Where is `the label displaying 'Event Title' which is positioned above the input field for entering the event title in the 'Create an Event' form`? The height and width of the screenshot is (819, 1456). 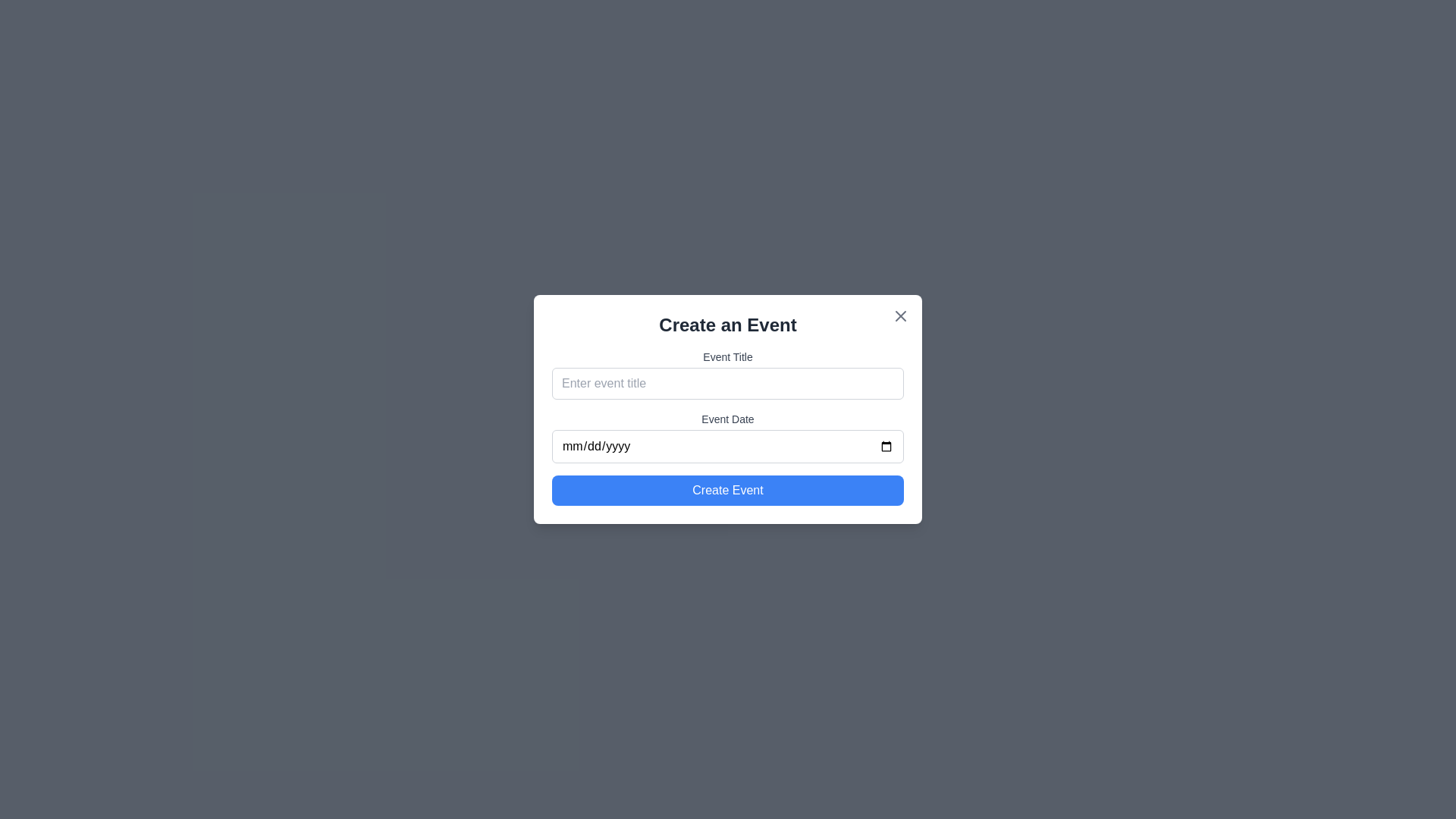
the label displaying 'Event Title' which is positioned above the input field for entering the event title in the 'Create an Event' form is located at coordinates (728, 356).